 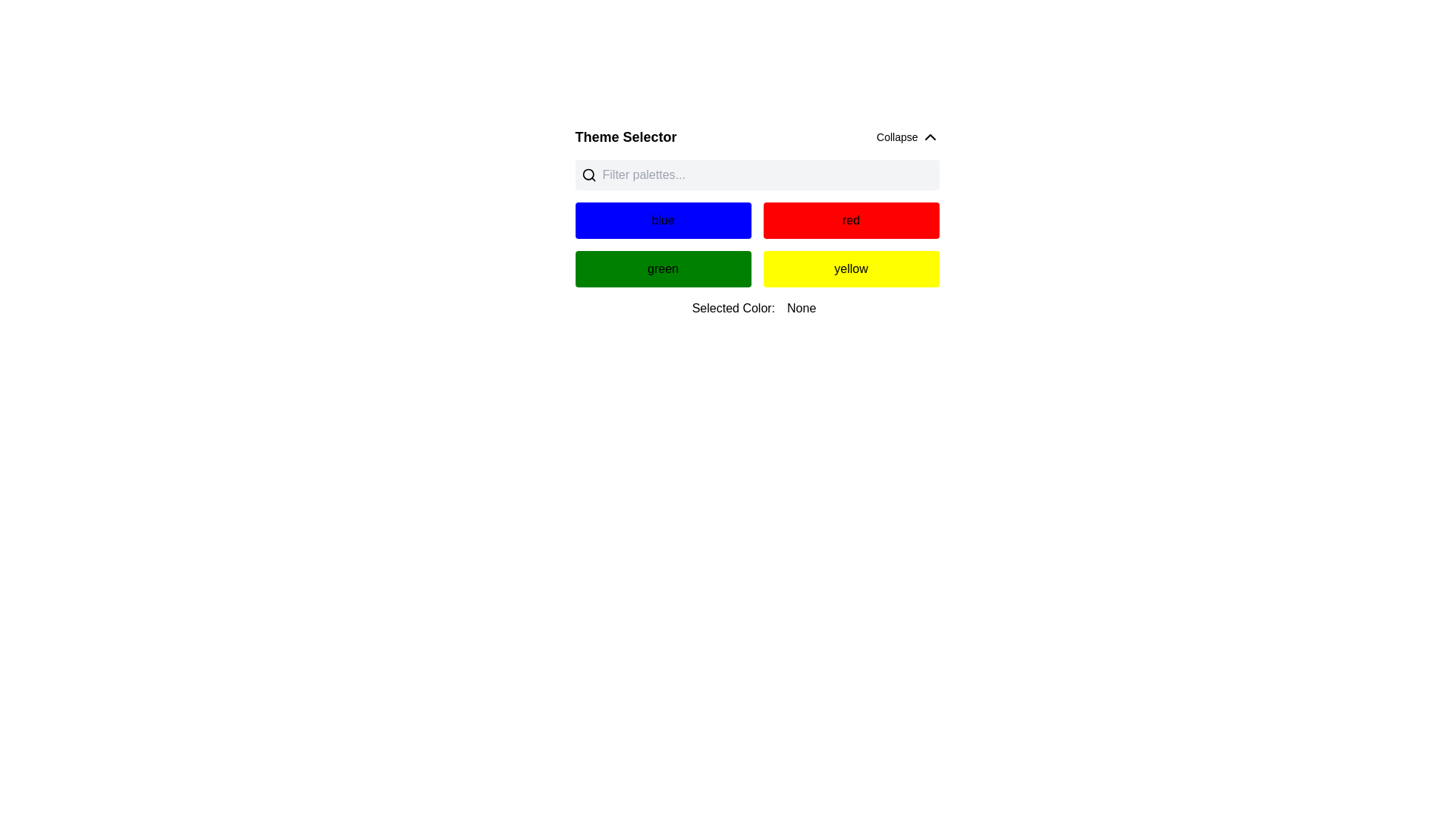 What do you see at coordinates (626, 137) in the screenshot?
I see `the Text Label that serves as a title or heading for selecting themes, located to the left of the 'Collapse' button and above the search bar` at bounding box center [626, 137].